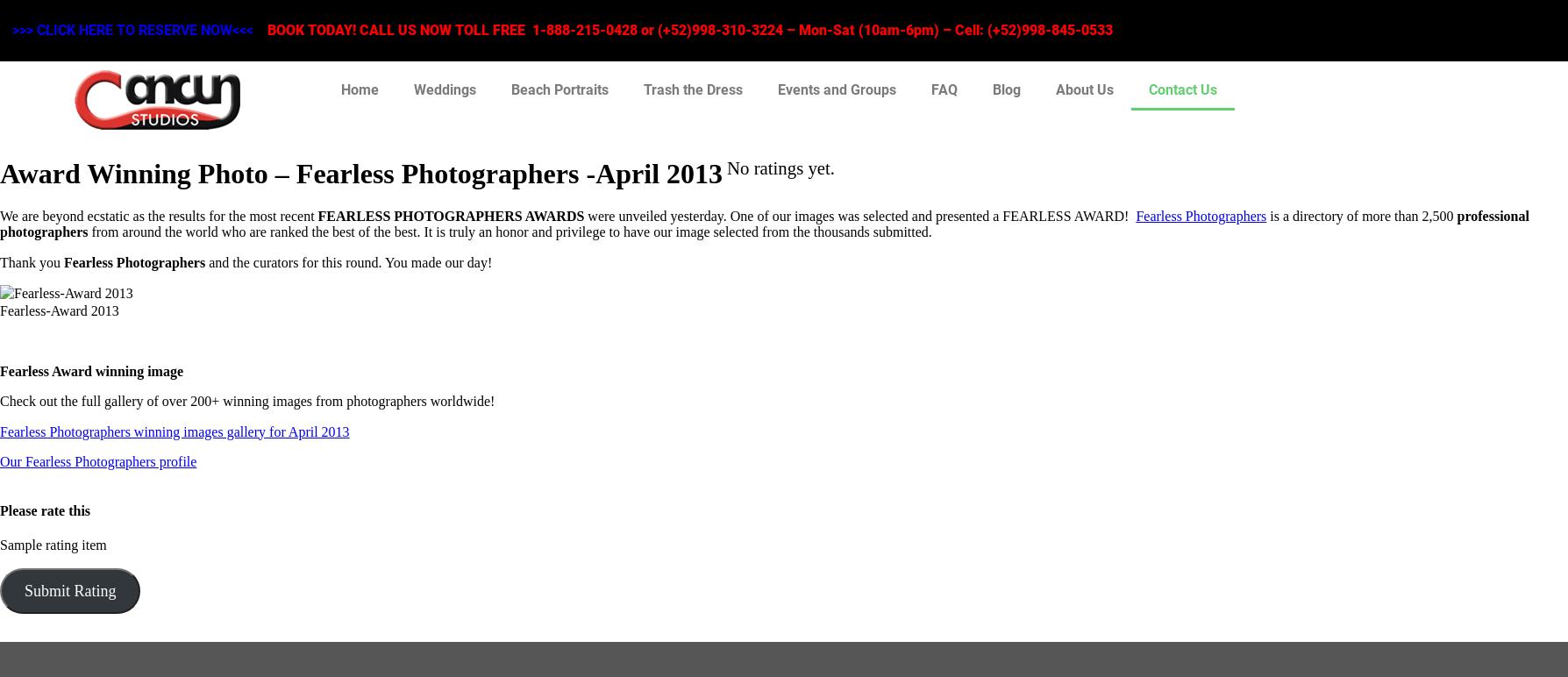 The height and width of the screenshot is (677, 1568). What do you see at coordinates (246, 401) in the screenshot?
I see `'Check out the full gallery of over 200+ winning images from photographers worldwide!'` at bounding box center [246, 401].